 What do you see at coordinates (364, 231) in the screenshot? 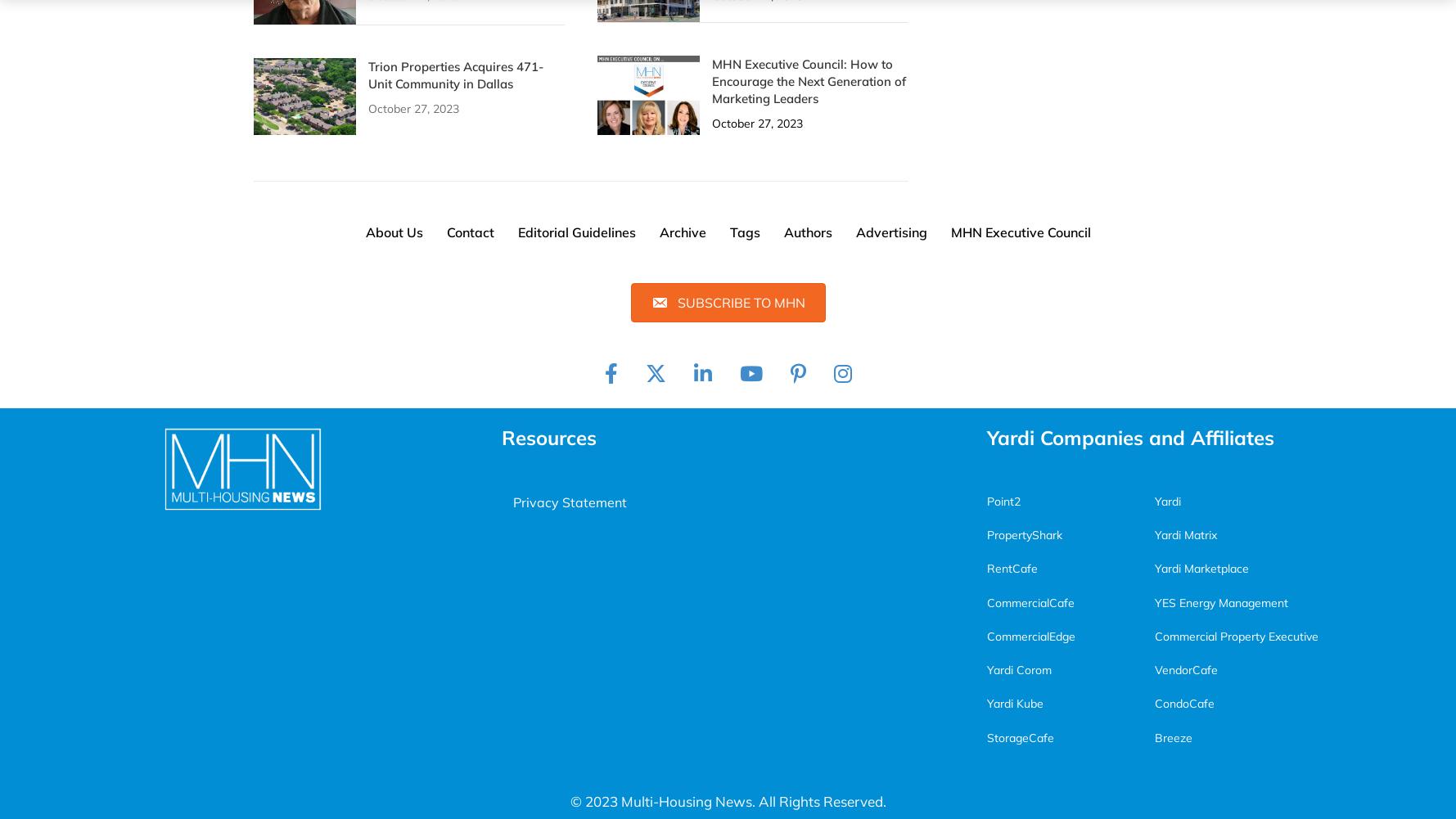
I see `'About Us'` at bounding box center [364, 231].